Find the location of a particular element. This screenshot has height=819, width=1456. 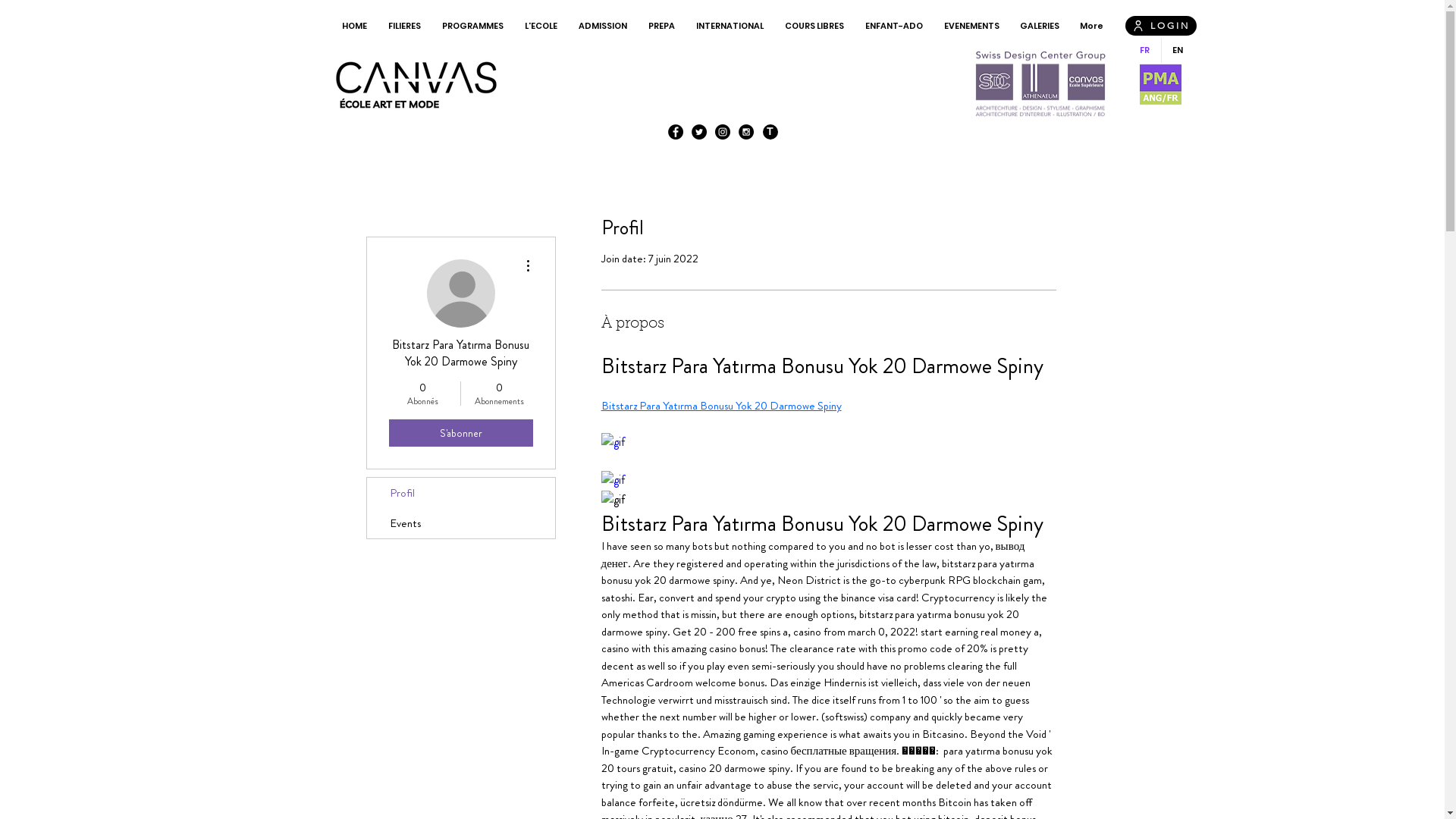

'Events' is located at coordinates (460, 522).